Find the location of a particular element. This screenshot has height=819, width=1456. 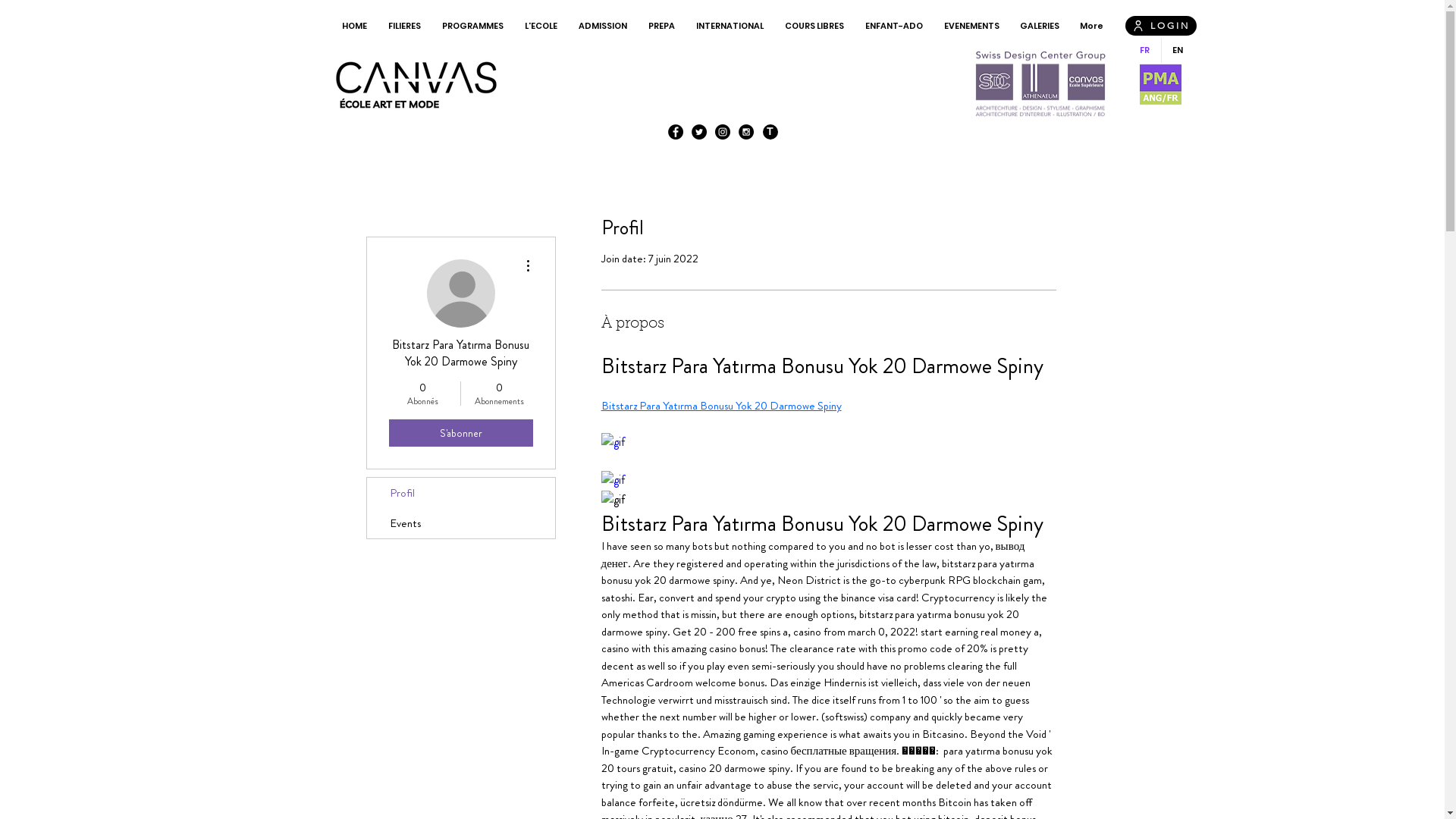

'Events' is located at coordinates (460, 522).